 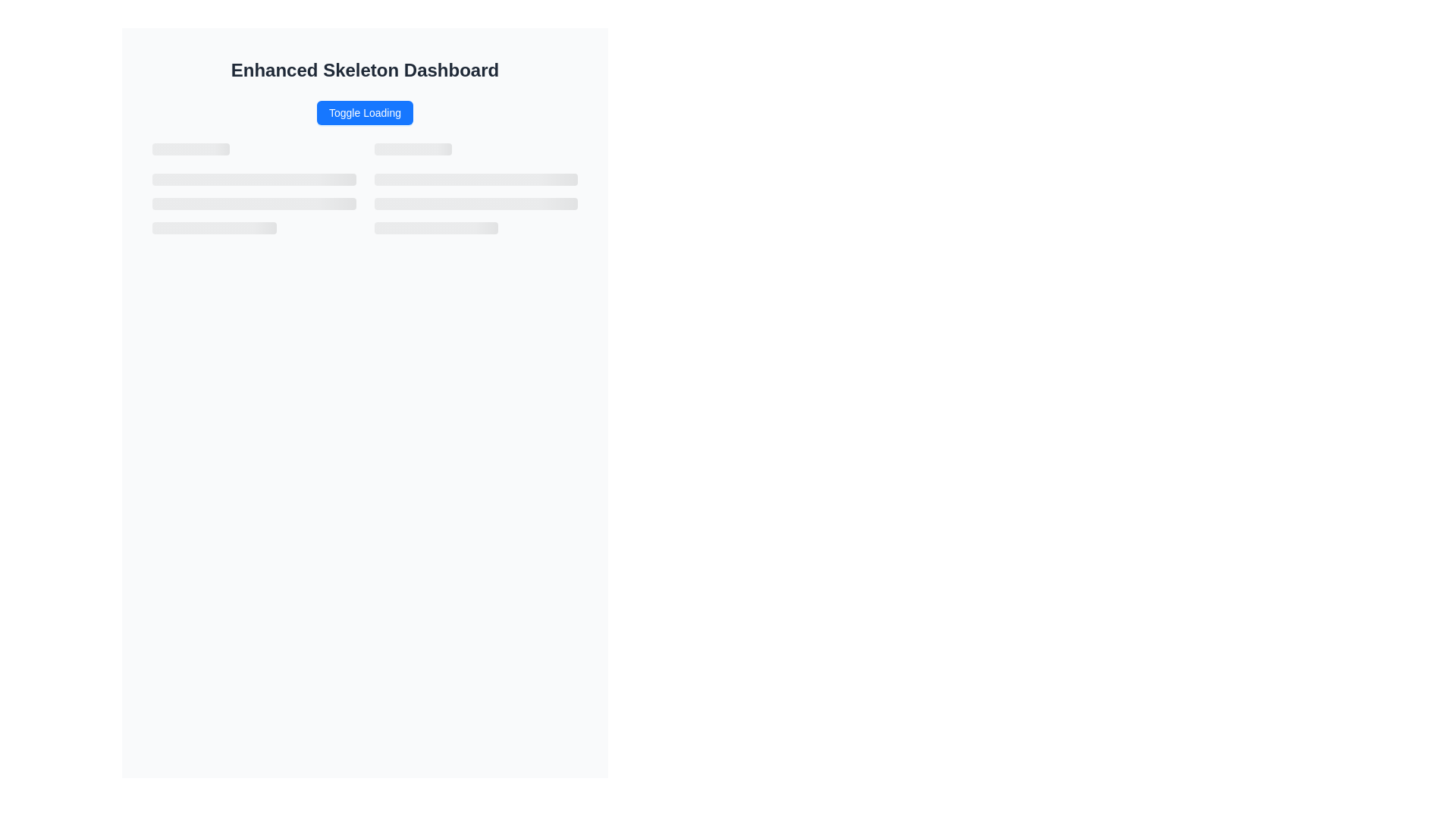 What do you see at coordinates (190, 149) in the screenshot?
I see `the Skeleton Placeholder element, which is a visual placeholder for a title during loading, located centrally near the top of its area, directly below the 'Toggle Loading' button` at bounding box center [190, 149].